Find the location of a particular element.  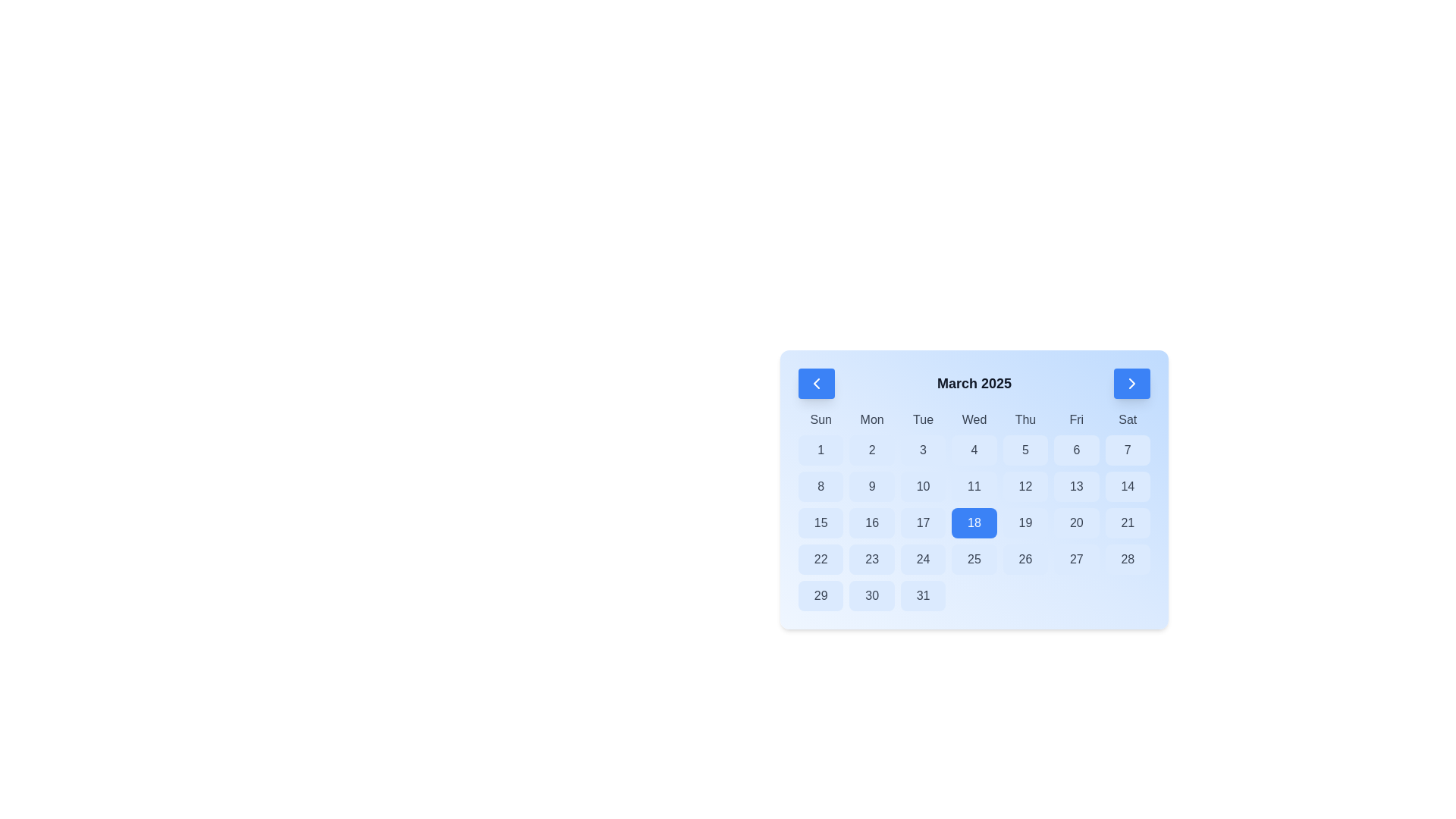

the button representing day '4' in the calendar under the 'Wed' column for interaction is located at coordinates (974, 450).